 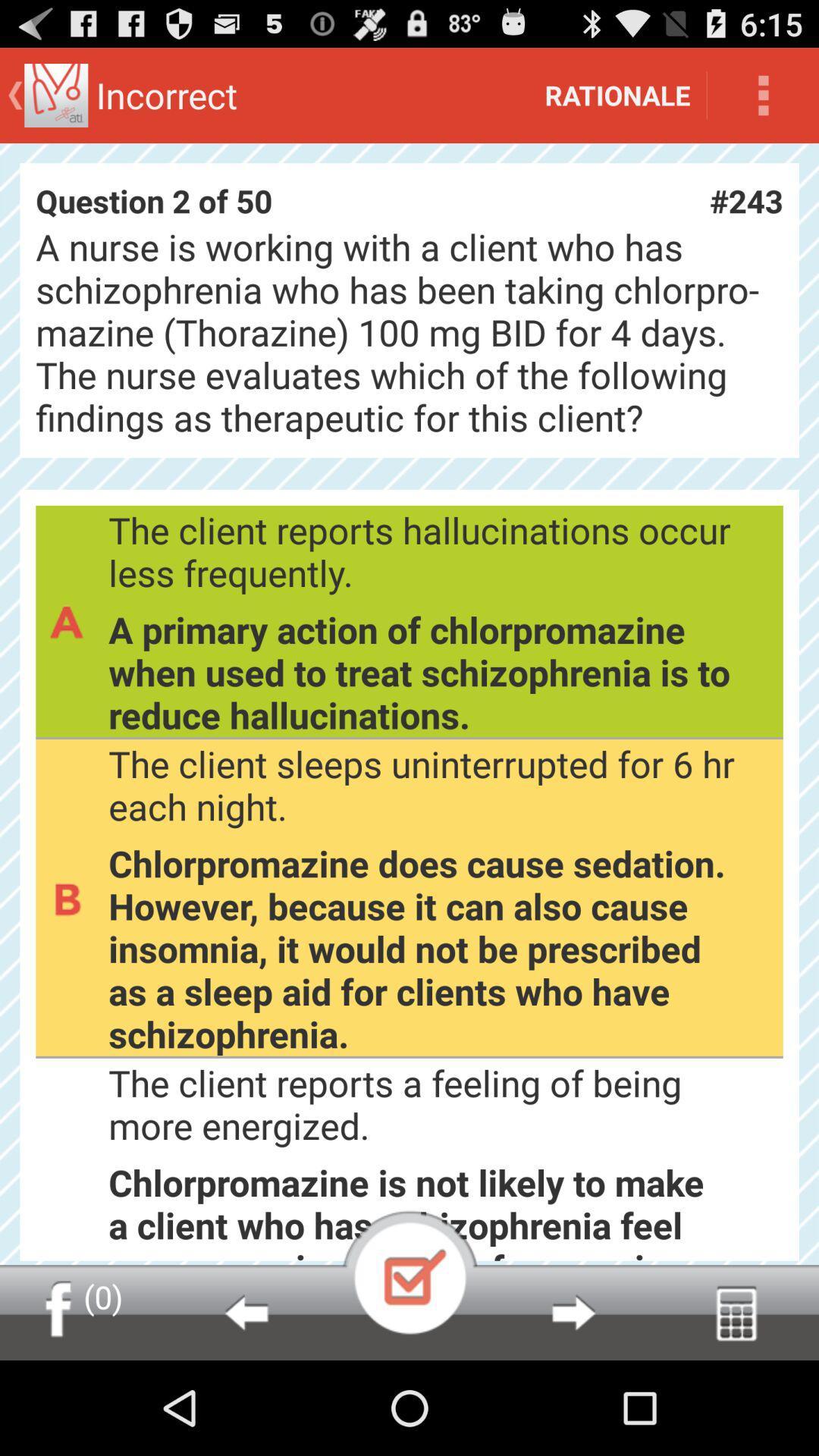 I want to click on calculator, so click(x=736, y=1312).